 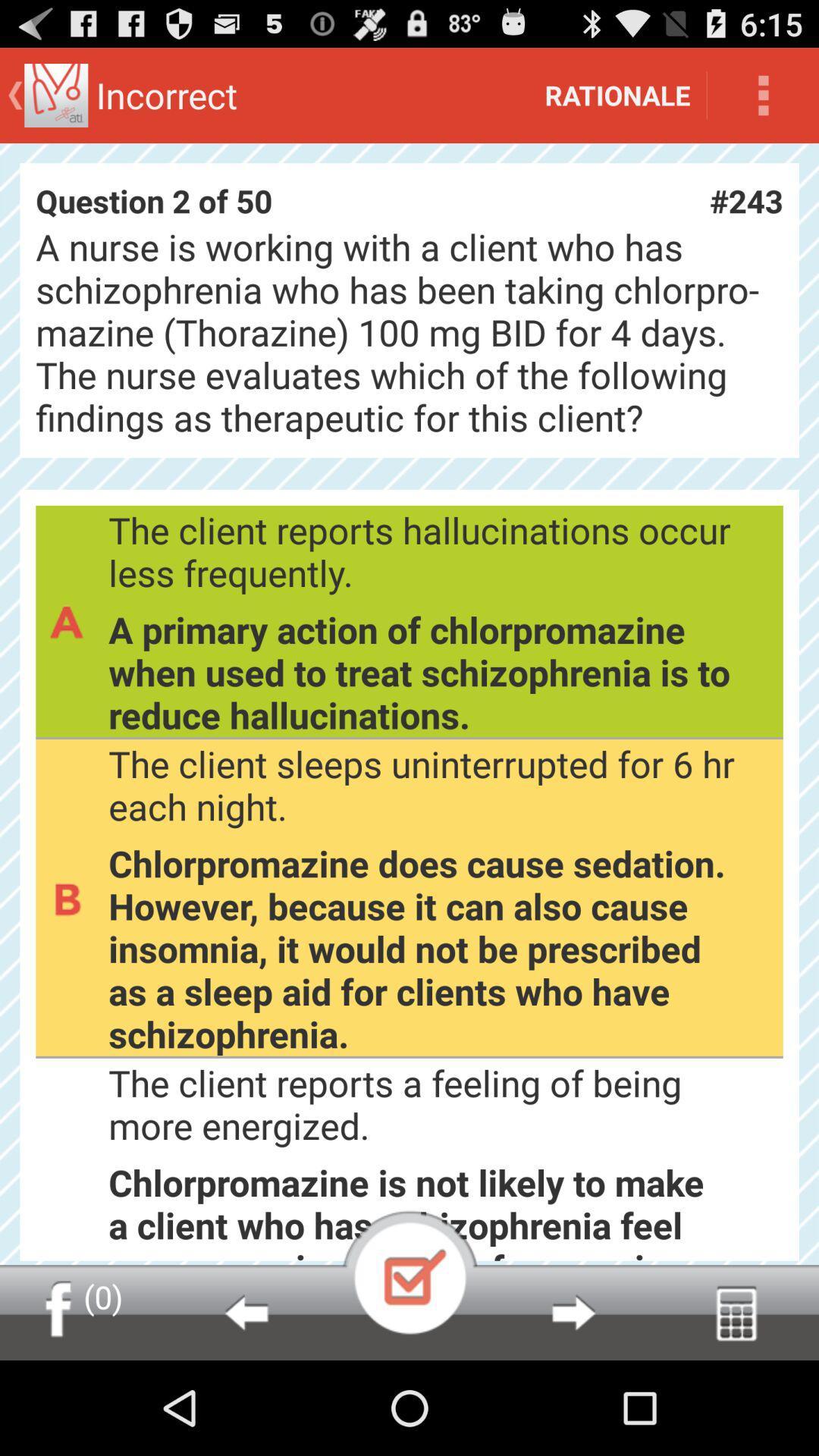 I want to click on calculator, so click(x=736, y=1312).